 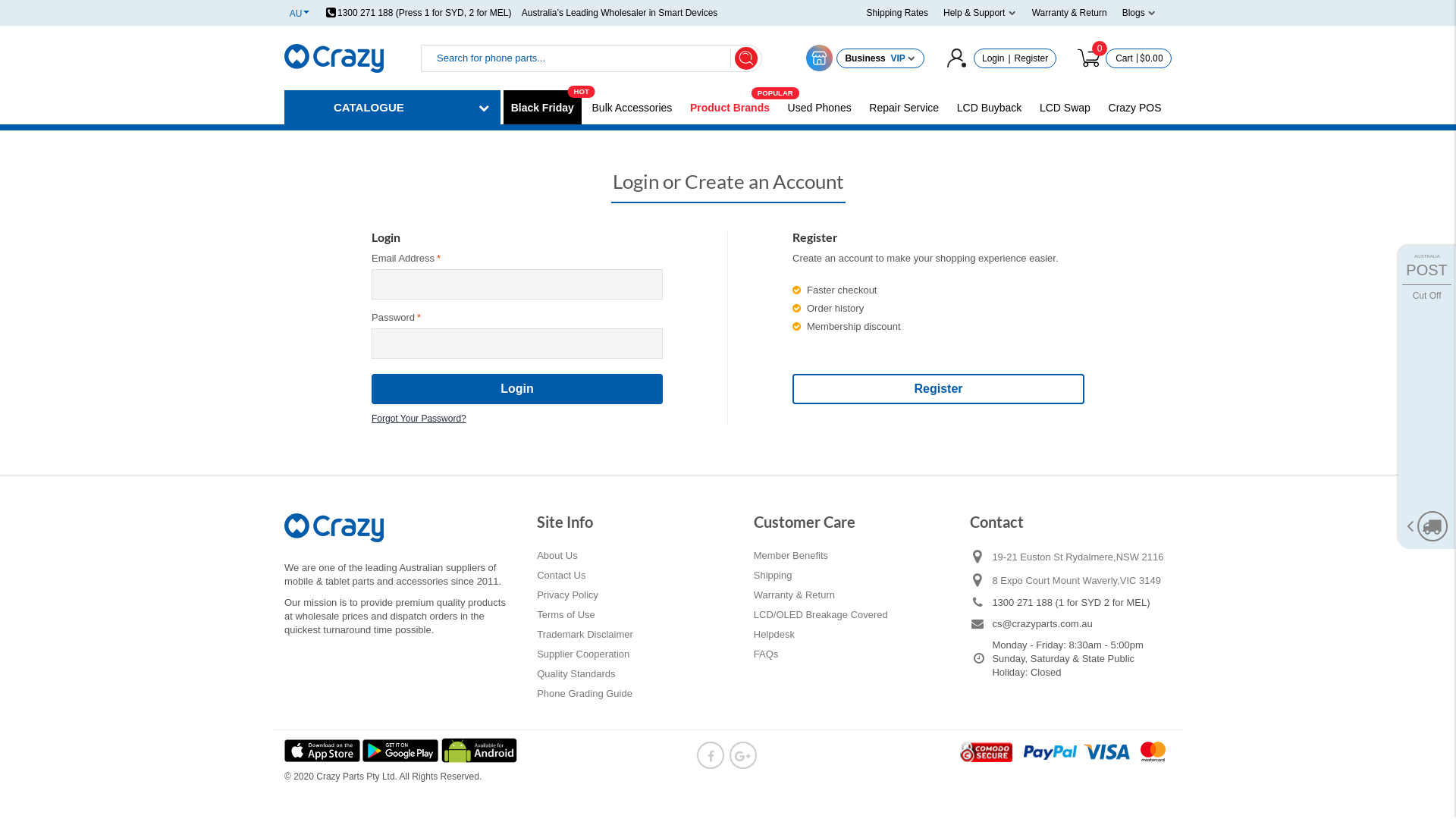 What do you see at coordinates (753, 635) in the screenshot?
I see `'Helpdesk'` at bounding box center [753, 635].